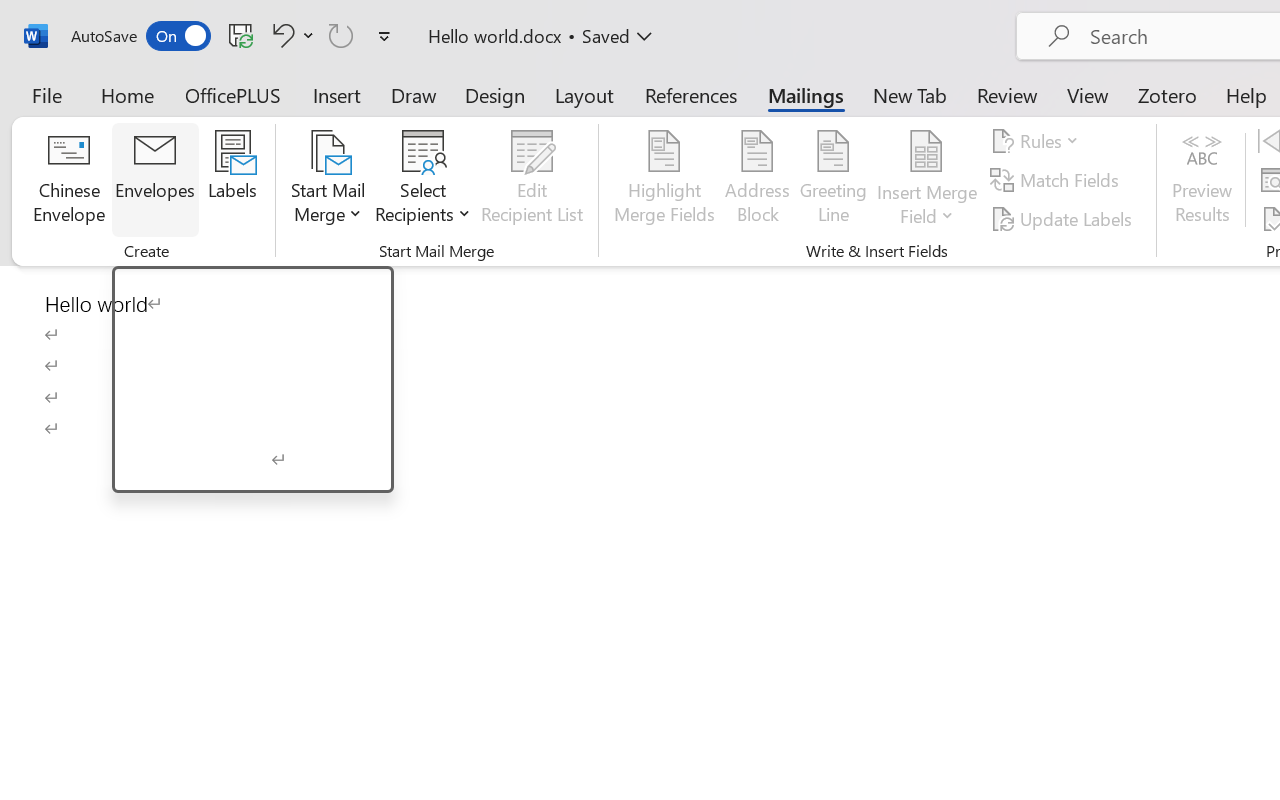  I want to click on 'Layout', so click(583, 94).